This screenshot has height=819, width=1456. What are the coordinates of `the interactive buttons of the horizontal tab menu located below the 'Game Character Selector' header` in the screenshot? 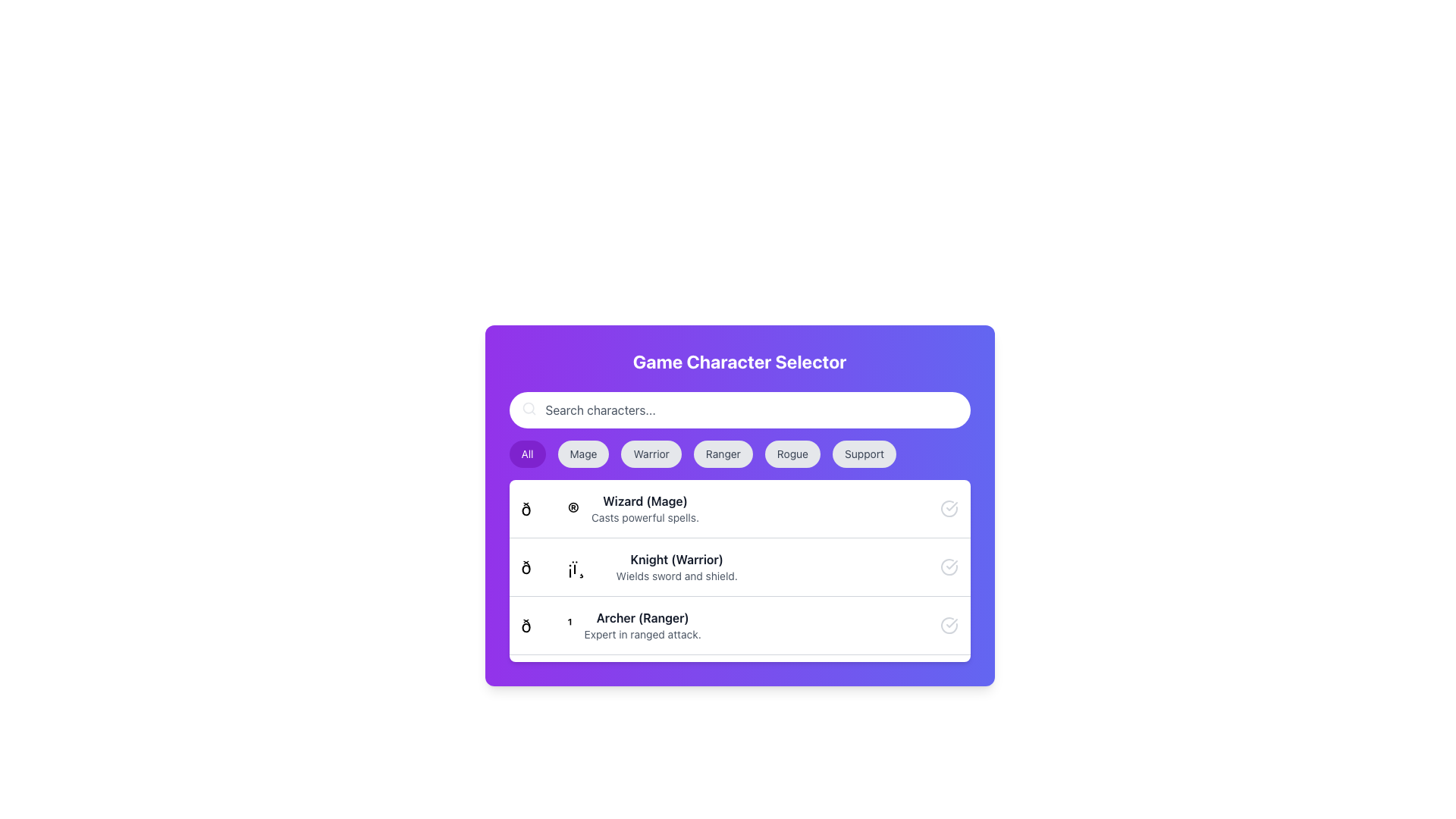 It's located at (739, 453).